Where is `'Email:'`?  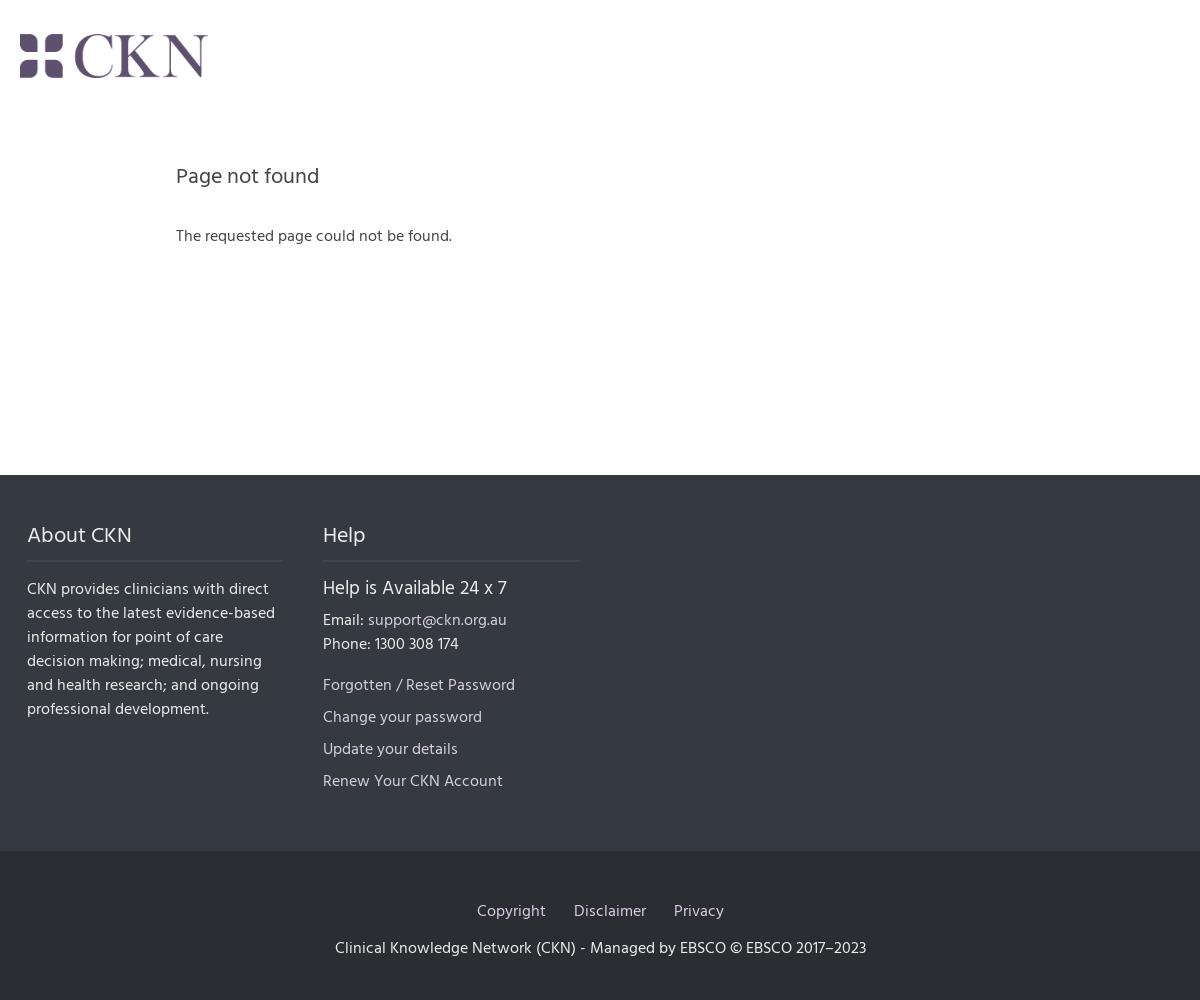
'Email:' is located at coordinates (345, 619).